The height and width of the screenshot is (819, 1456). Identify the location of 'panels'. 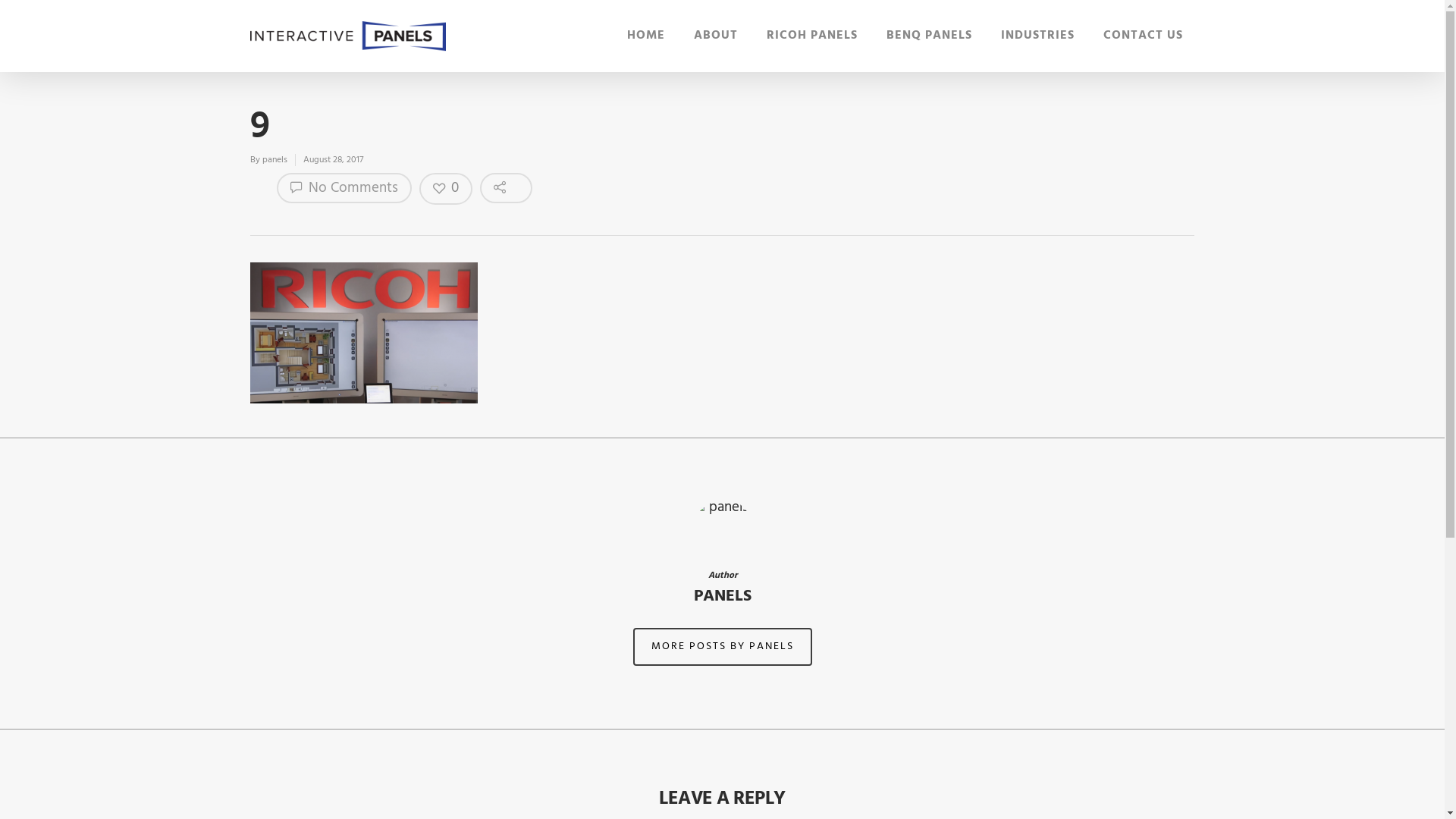
(262, 160).